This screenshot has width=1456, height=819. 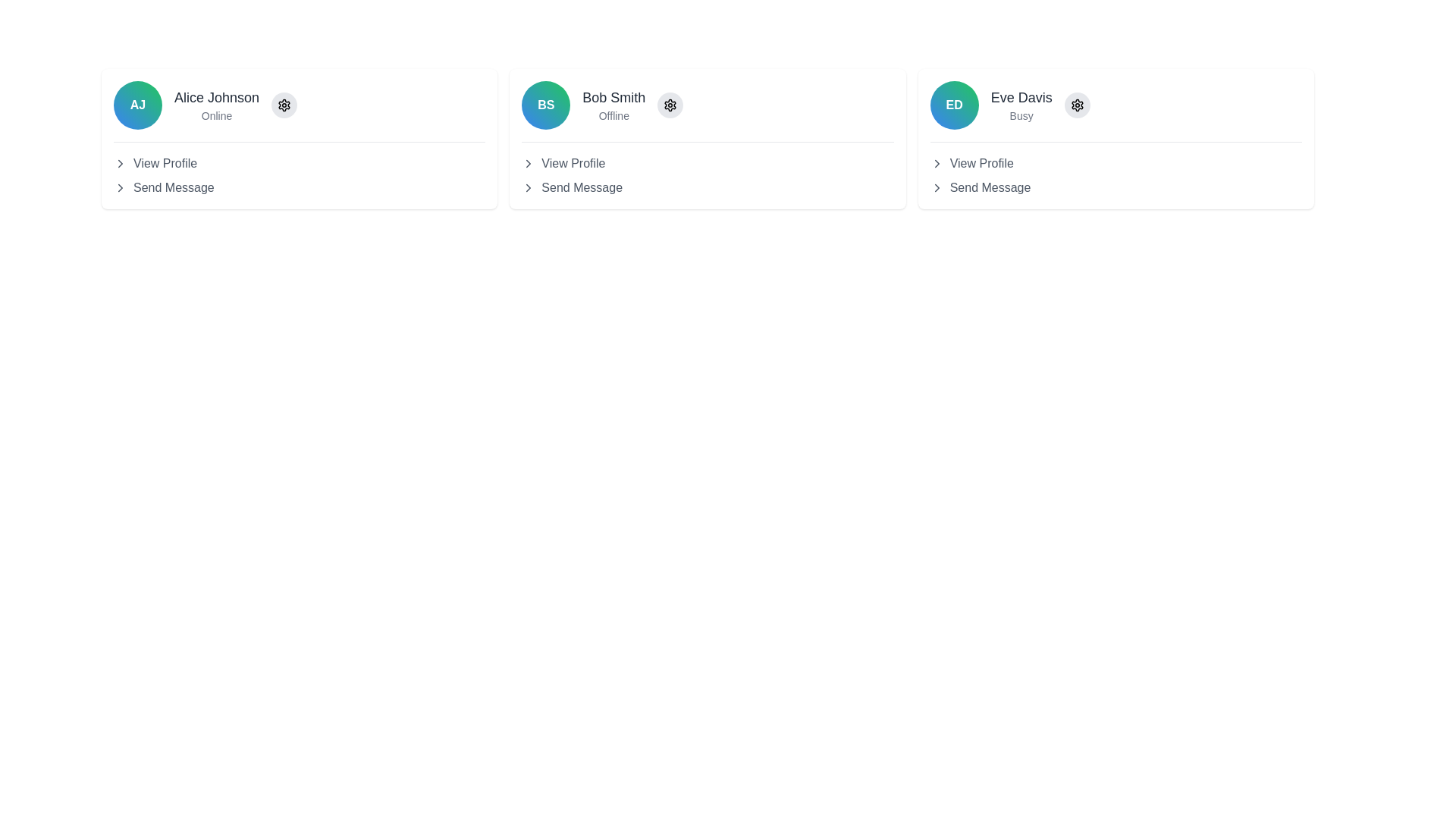 What do you see at coordinates (300, 169) in the screenshot?
I see `the 'Send Message' option in the menu located below Alice Johnson's name and status` at bounding box center [300, 169].